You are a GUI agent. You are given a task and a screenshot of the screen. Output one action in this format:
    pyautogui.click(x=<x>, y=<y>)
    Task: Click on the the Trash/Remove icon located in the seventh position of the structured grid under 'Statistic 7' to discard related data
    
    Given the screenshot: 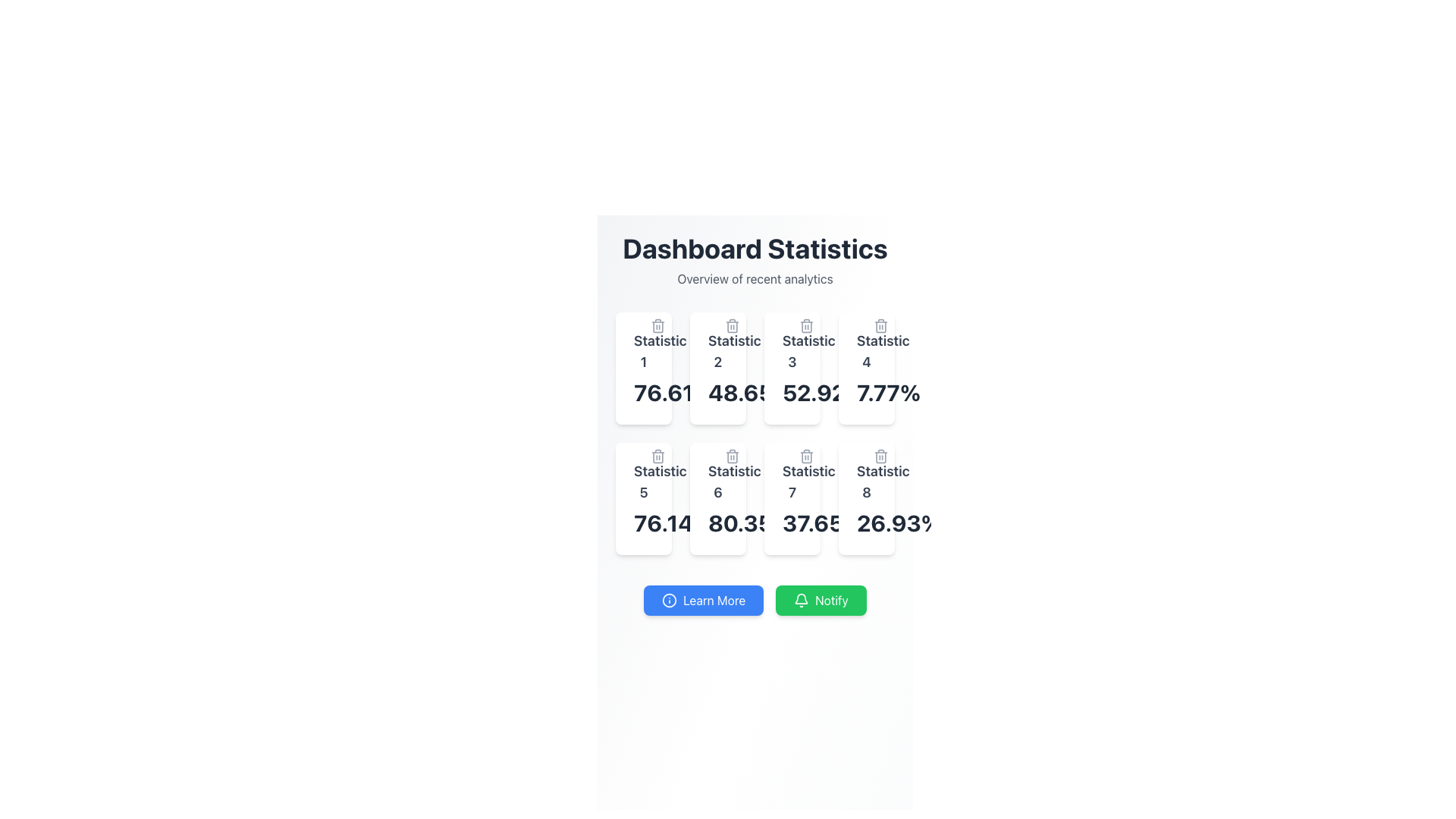 What is the action you would take?
    pyautogui.click(x=806, y=456)
    